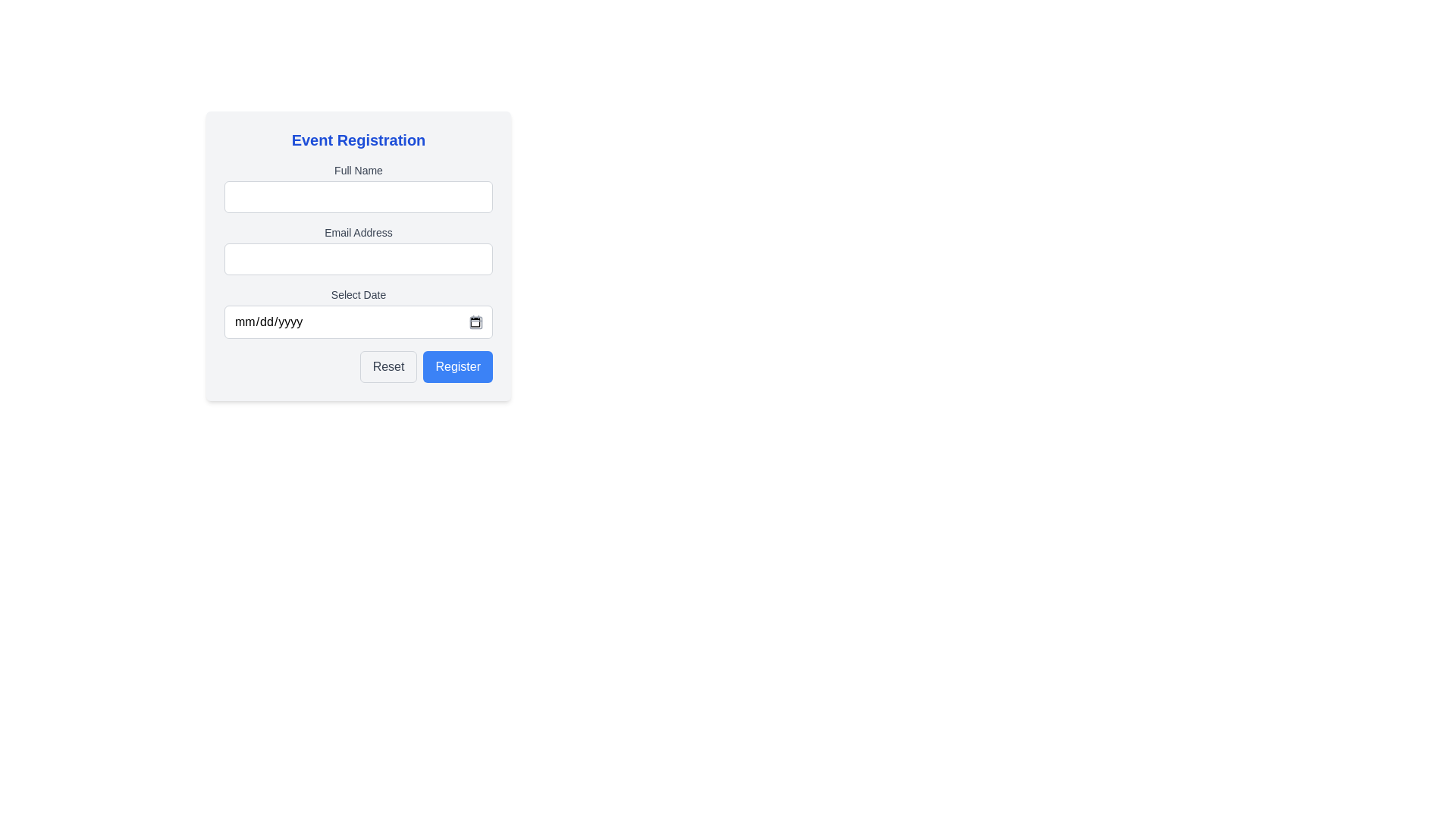 This screenshot has width=1456, height=819. What do you see at coordinates (475, 321) in the screenshot?
I see `the calendar icon button located to the right of the 'Select Date' input field in the registration form` at bounding box center [475, 321].